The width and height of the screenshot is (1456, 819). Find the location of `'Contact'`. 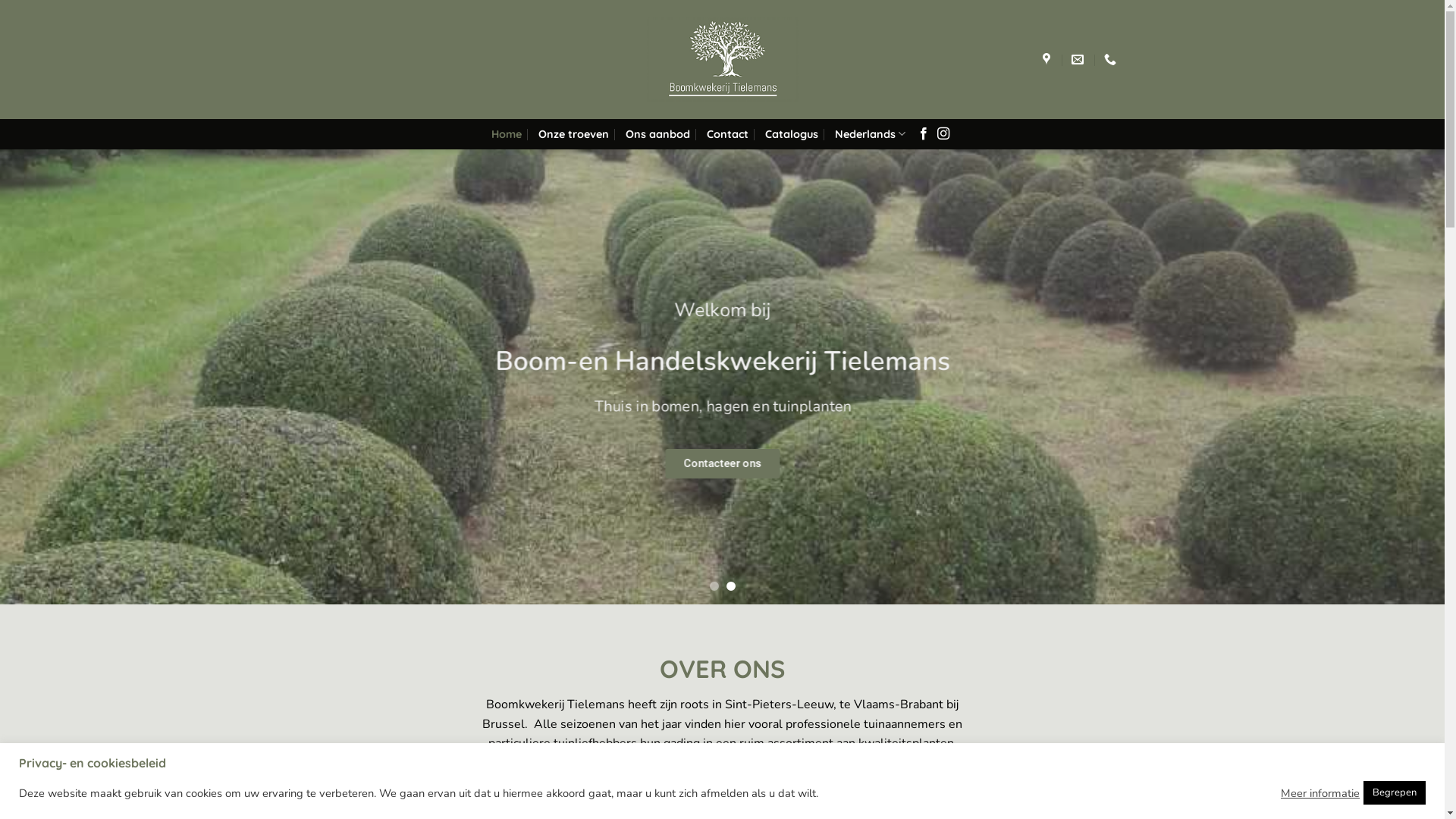

'Contact' is located at coordinates (705, 133).